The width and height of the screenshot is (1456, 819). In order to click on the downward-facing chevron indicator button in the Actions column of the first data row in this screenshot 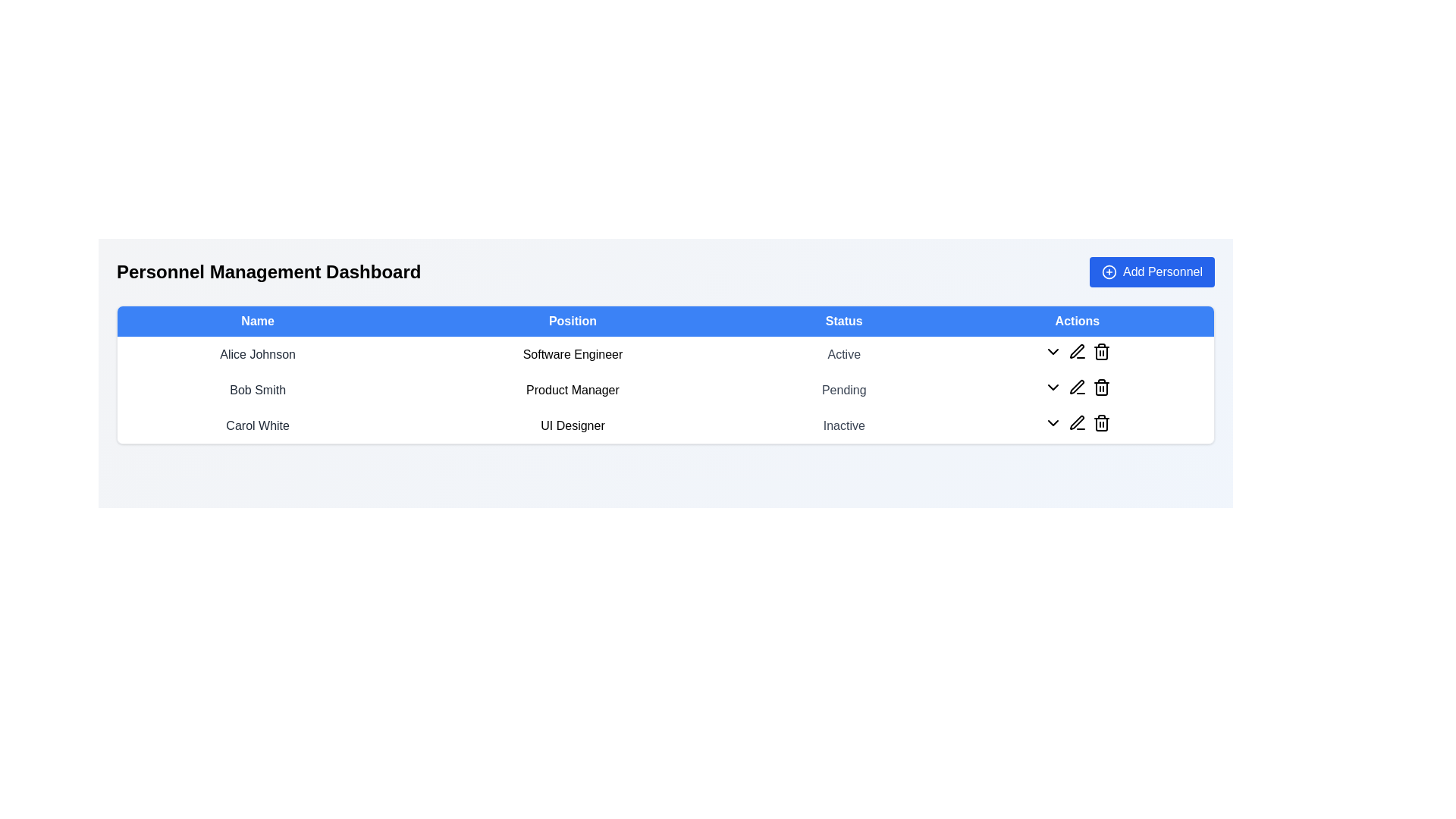, I will do `click(1052, 351)`.